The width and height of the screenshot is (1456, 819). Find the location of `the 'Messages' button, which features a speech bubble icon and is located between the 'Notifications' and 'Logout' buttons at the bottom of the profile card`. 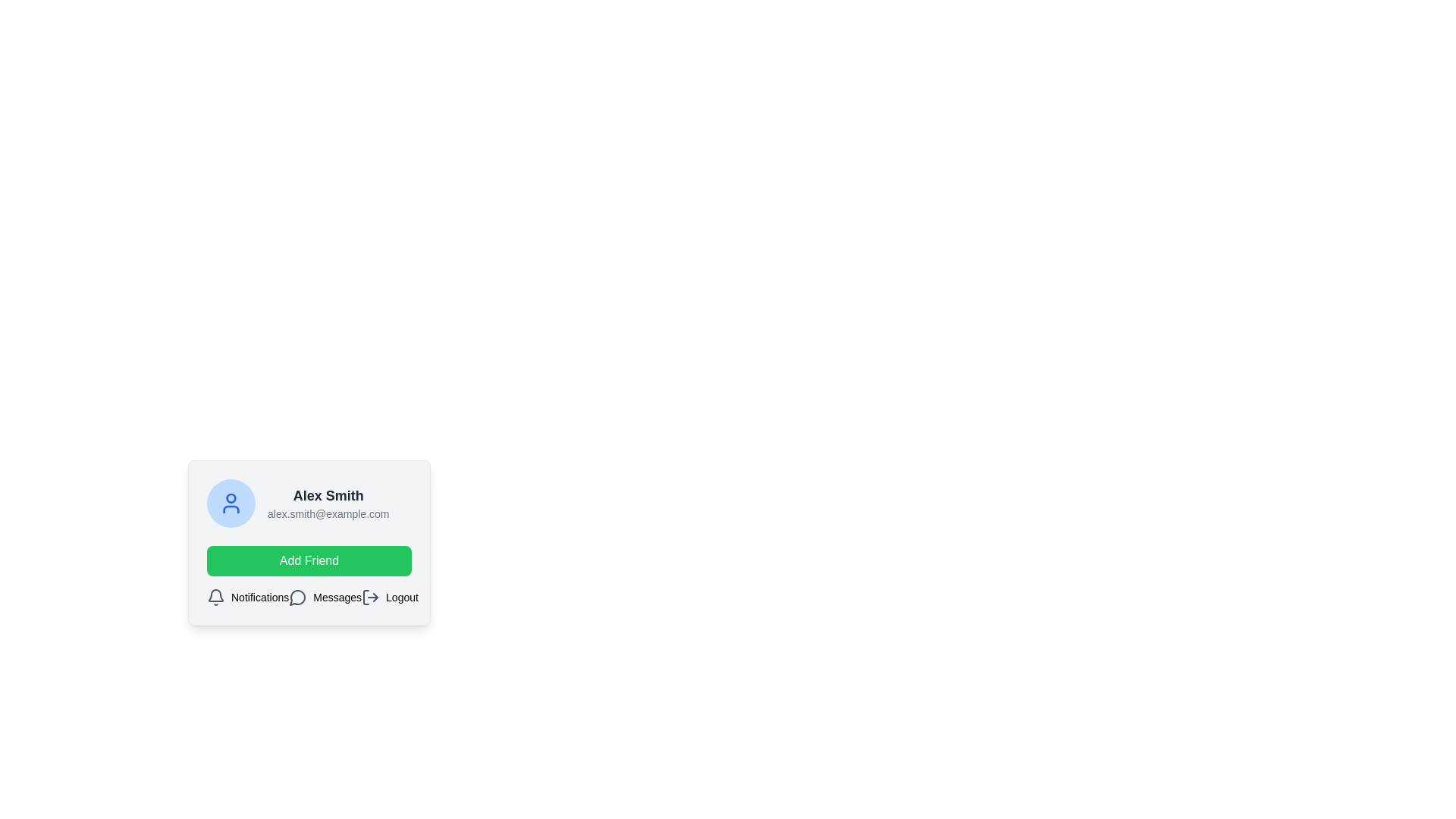

the 'Messages' button, which features a speech bubble icon and is located between the 'Notifications' and 'Logout' buttons at the bottom of the profile card is located at coordinates (325, 596).